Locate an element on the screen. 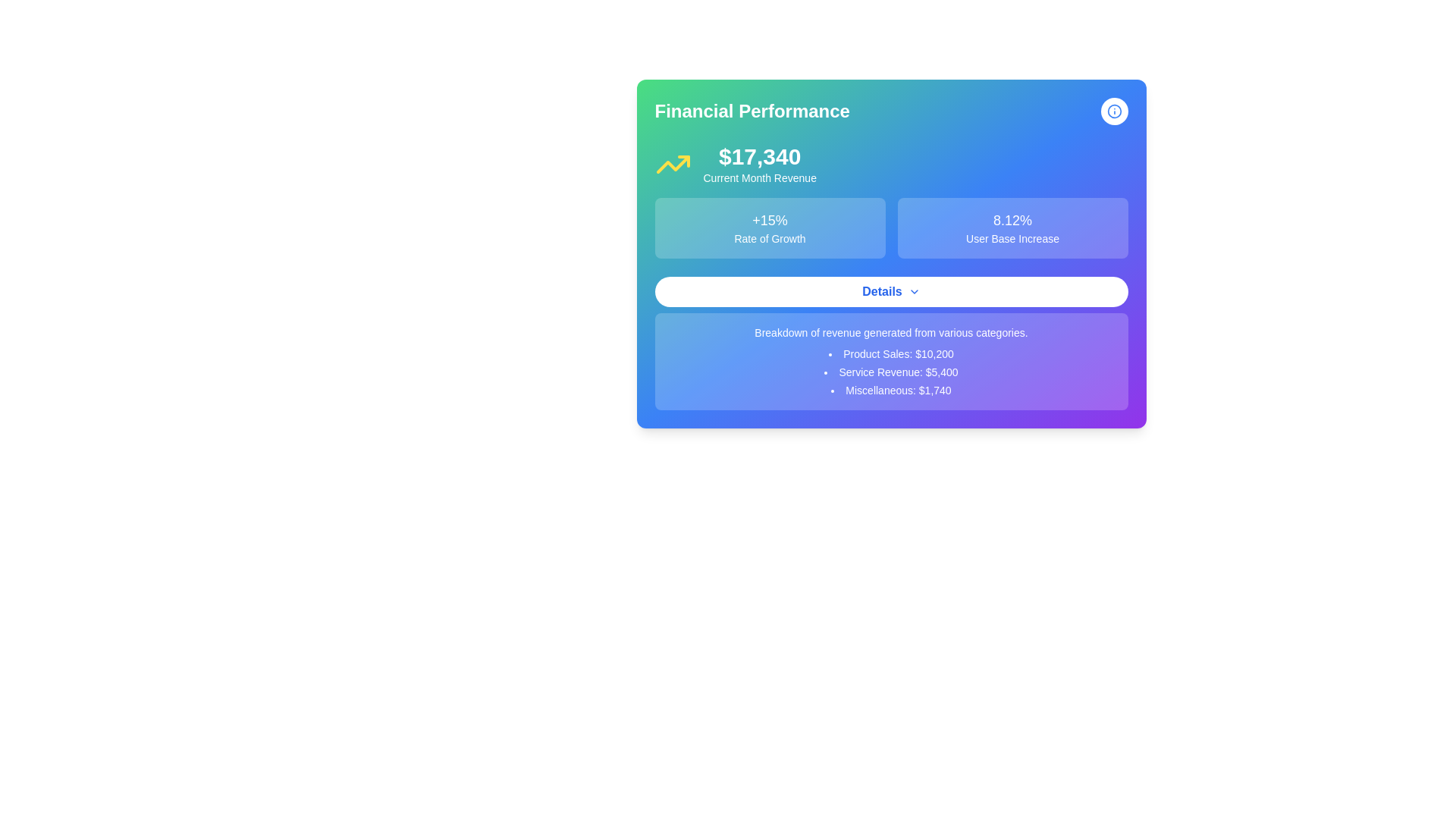 The width and height of the screenshot is (1456, 819). the text label presenting the revenue generated from product sales, which is the first item in a list under the 'Breakdown of revenue generated from various categories' section on the card labeled 'Financial Performance' is located at coordinates (891, 353).